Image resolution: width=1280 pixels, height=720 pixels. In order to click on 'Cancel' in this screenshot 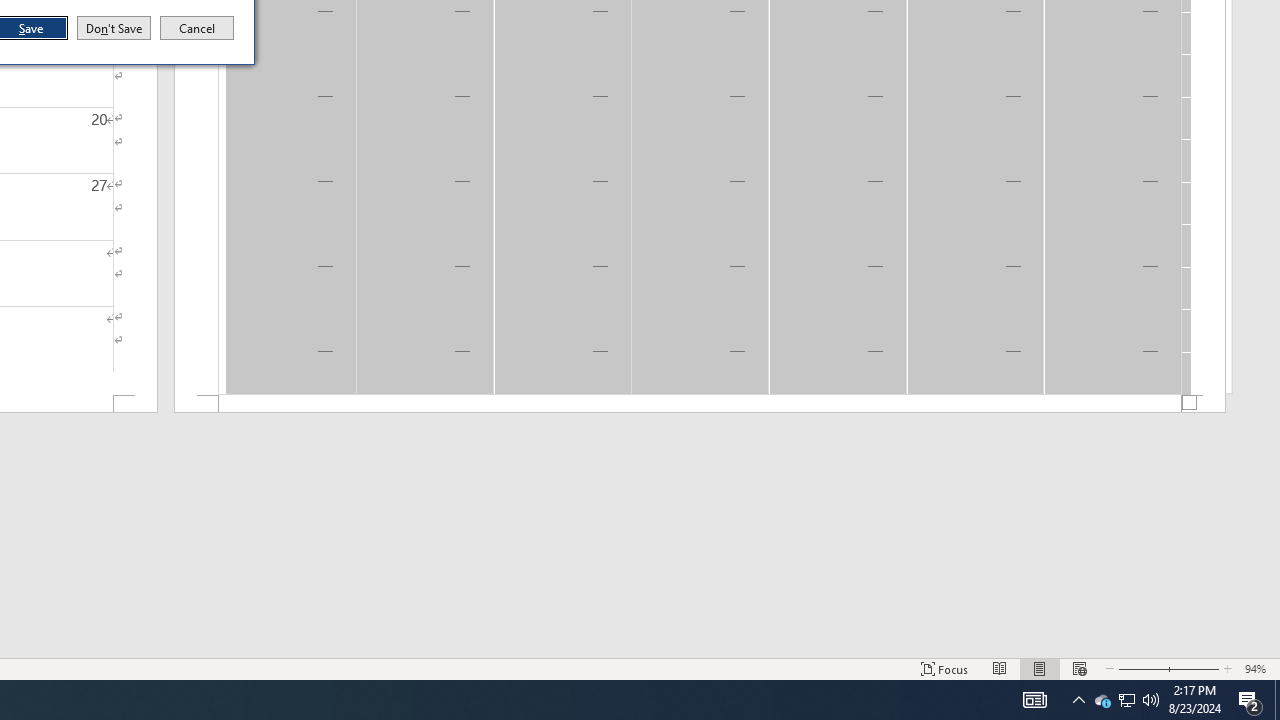, I will do `click(197, 28)`.